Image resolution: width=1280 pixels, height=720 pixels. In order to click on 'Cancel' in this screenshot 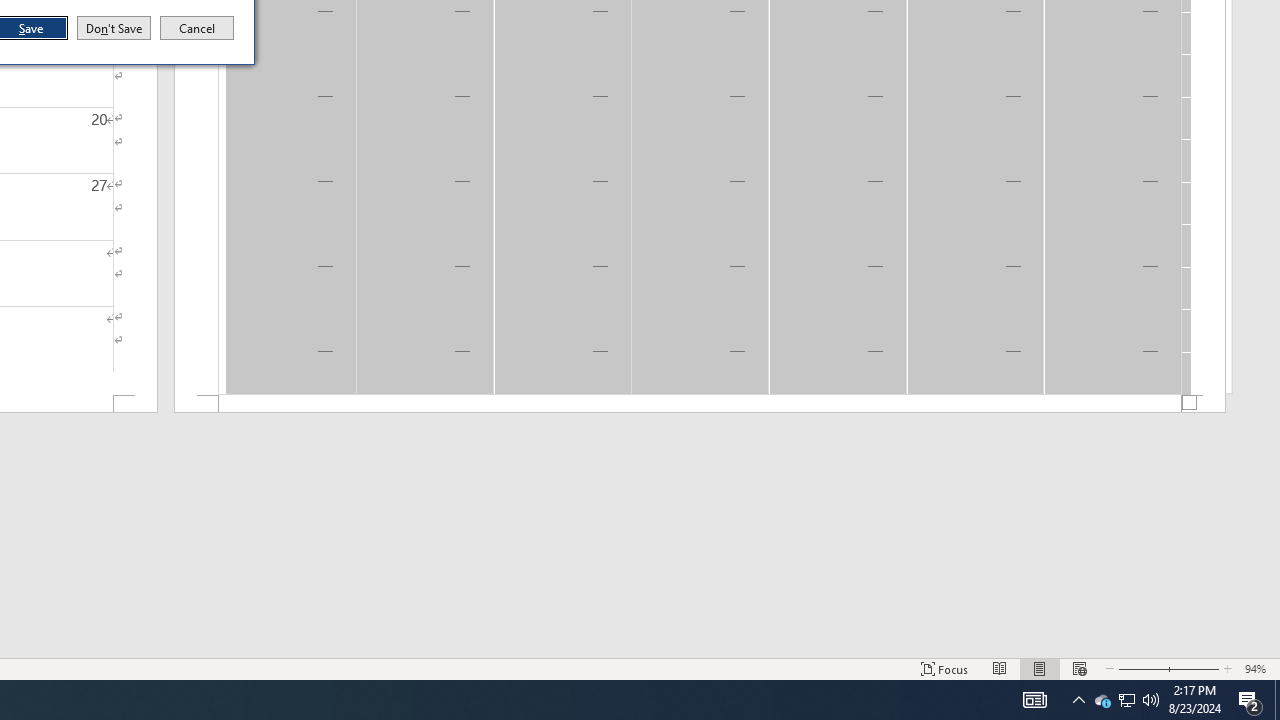, I will do `click(197, 28)`.